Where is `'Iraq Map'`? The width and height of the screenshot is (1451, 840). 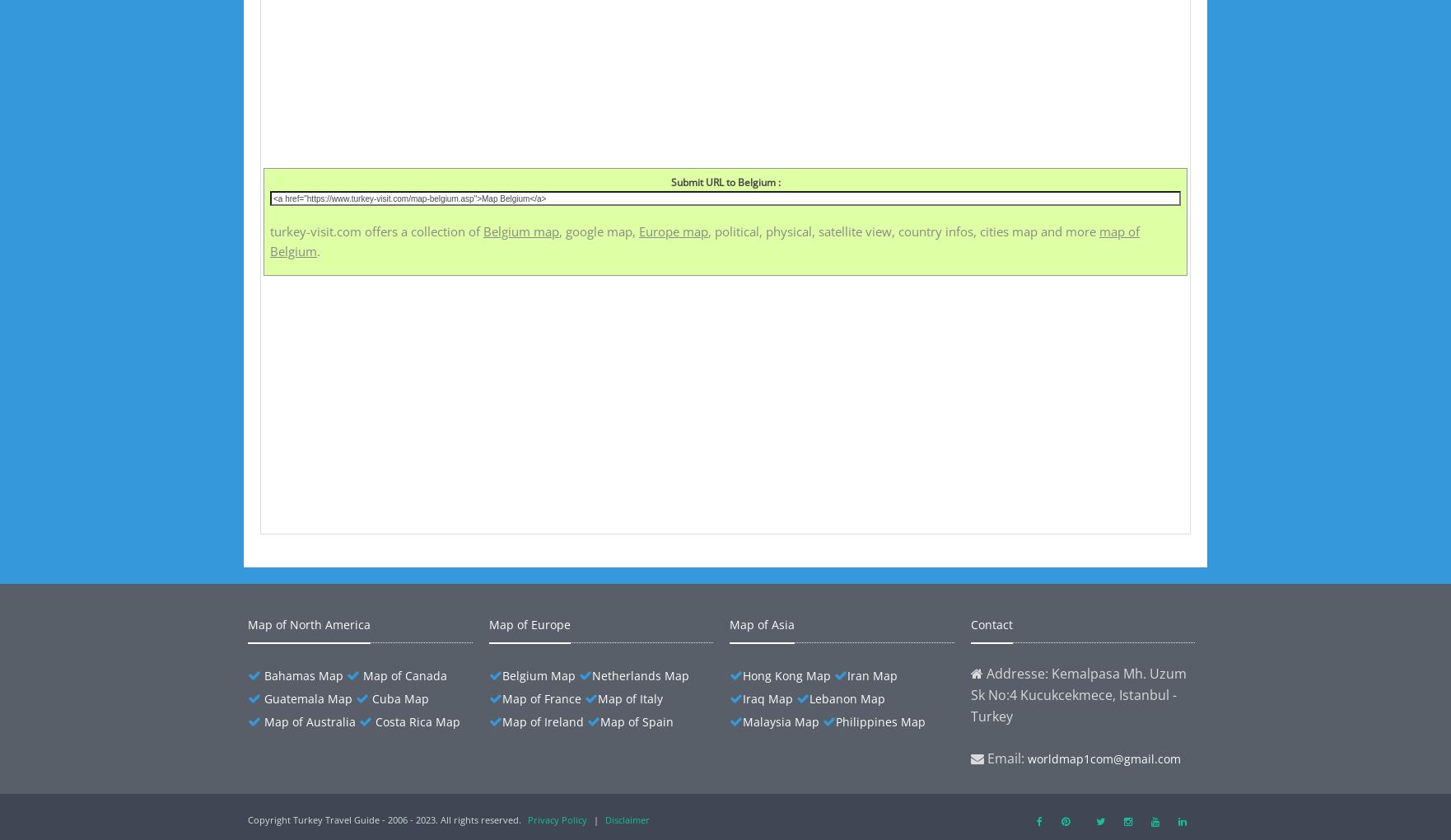 'Iraq Map' is located at coordinates (767, 698).